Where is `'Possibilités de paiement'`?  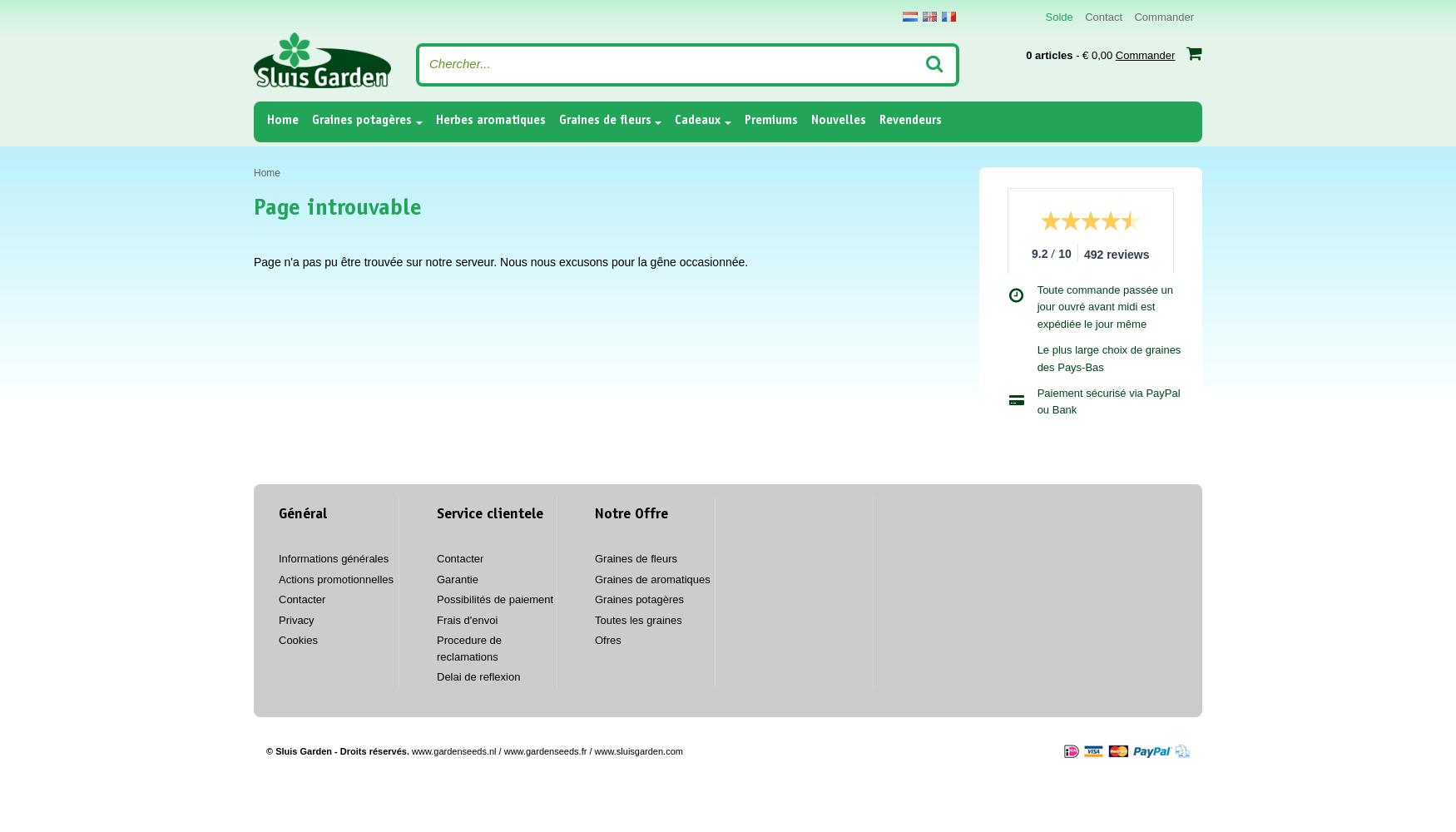 'Possibilités de paiement' is located at coordinates (495, 598).